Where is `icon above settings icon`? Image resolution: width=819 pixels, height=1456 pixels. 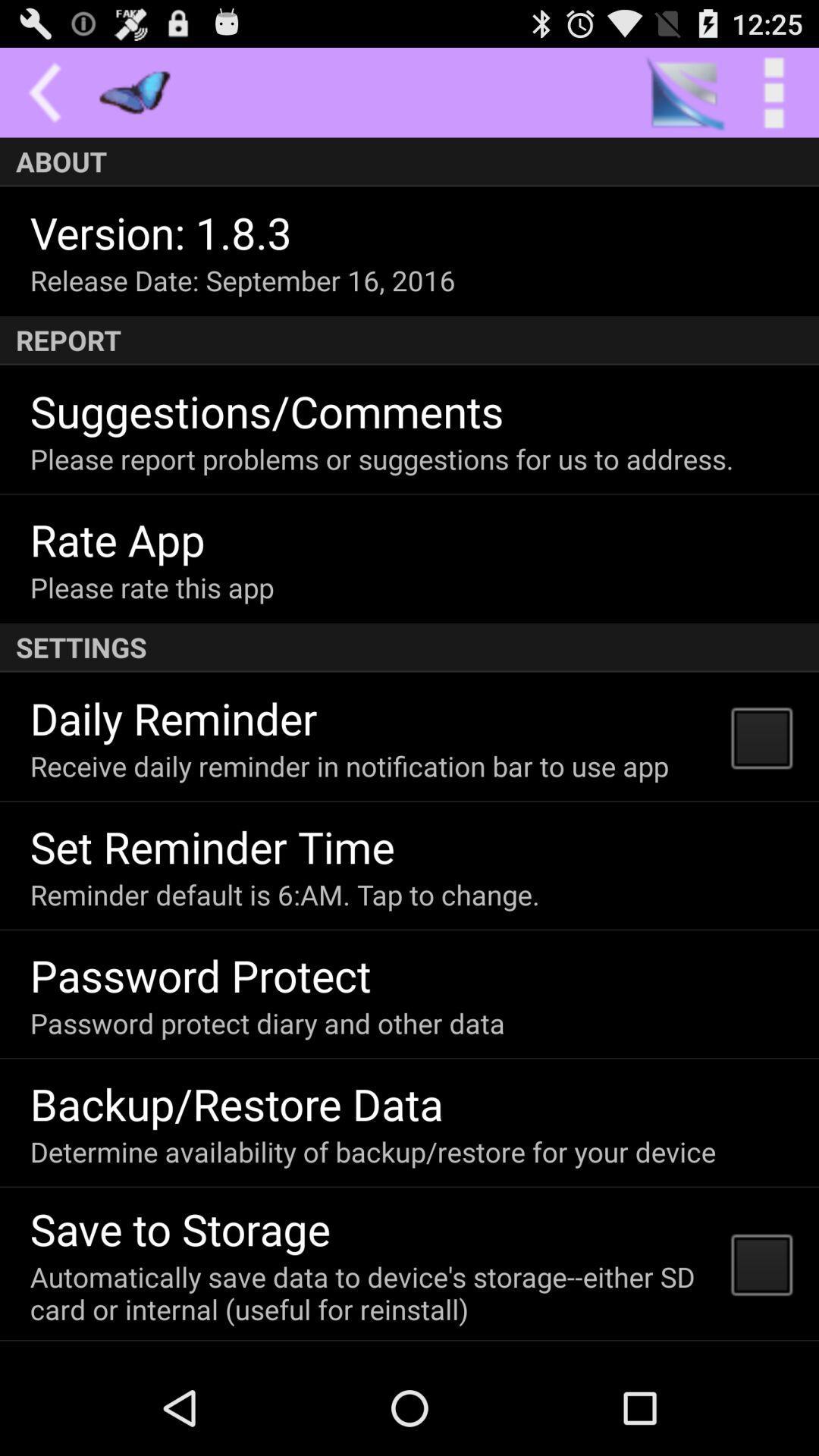
icon above settings icon is located at coordinates (152, 586).